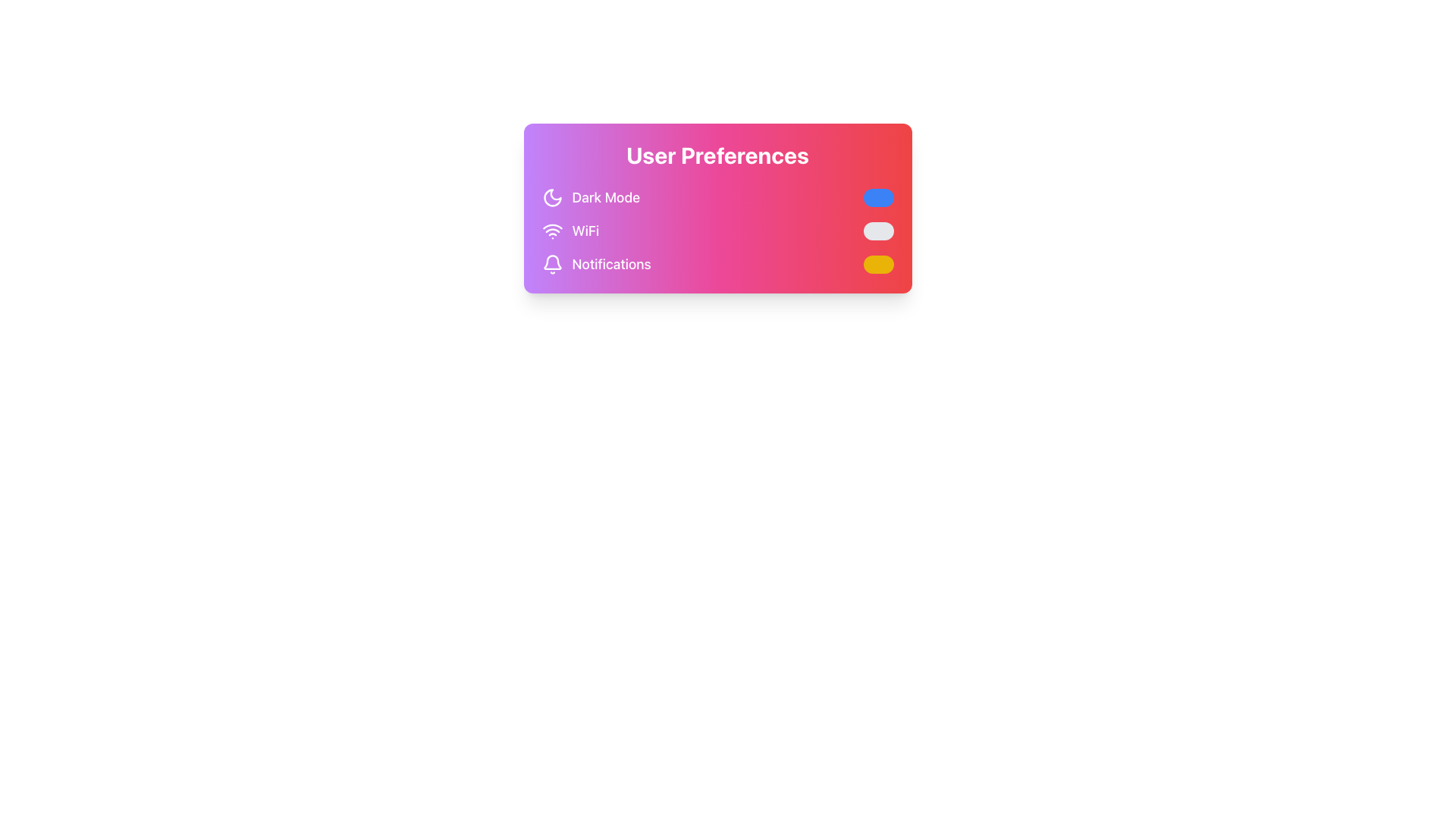 The image size is (1456, 819). Describe the element at coordinates (570, 231) in the screenshot. I see `the WiFi icon visually, which is the second item in a vertical list of three options, positioned beneath 'Dark Mode'` at that location.